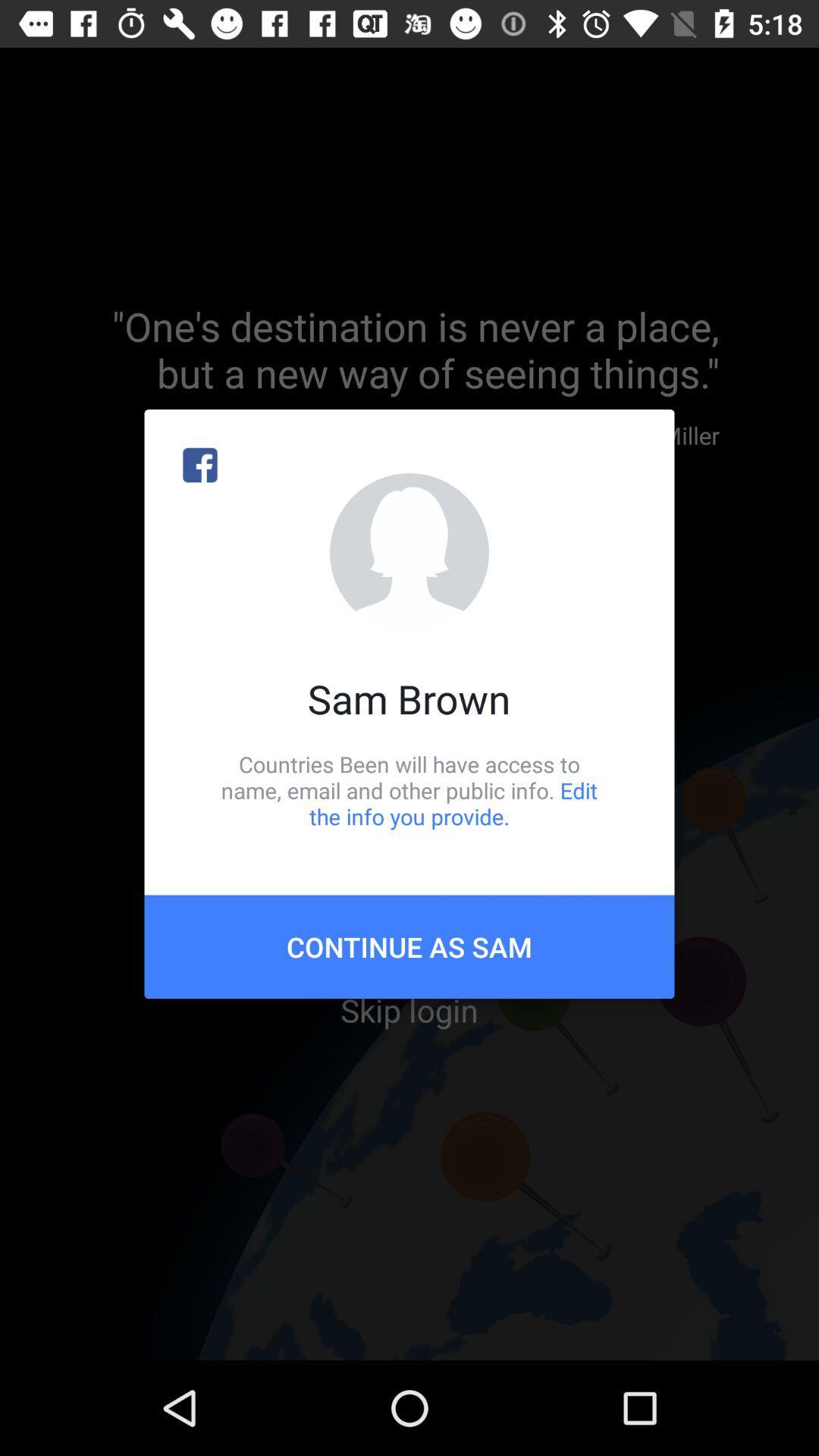 The width and height of the screenshot is (819, 1456). I want to click on the icon below sam brown, so click(409, 789).